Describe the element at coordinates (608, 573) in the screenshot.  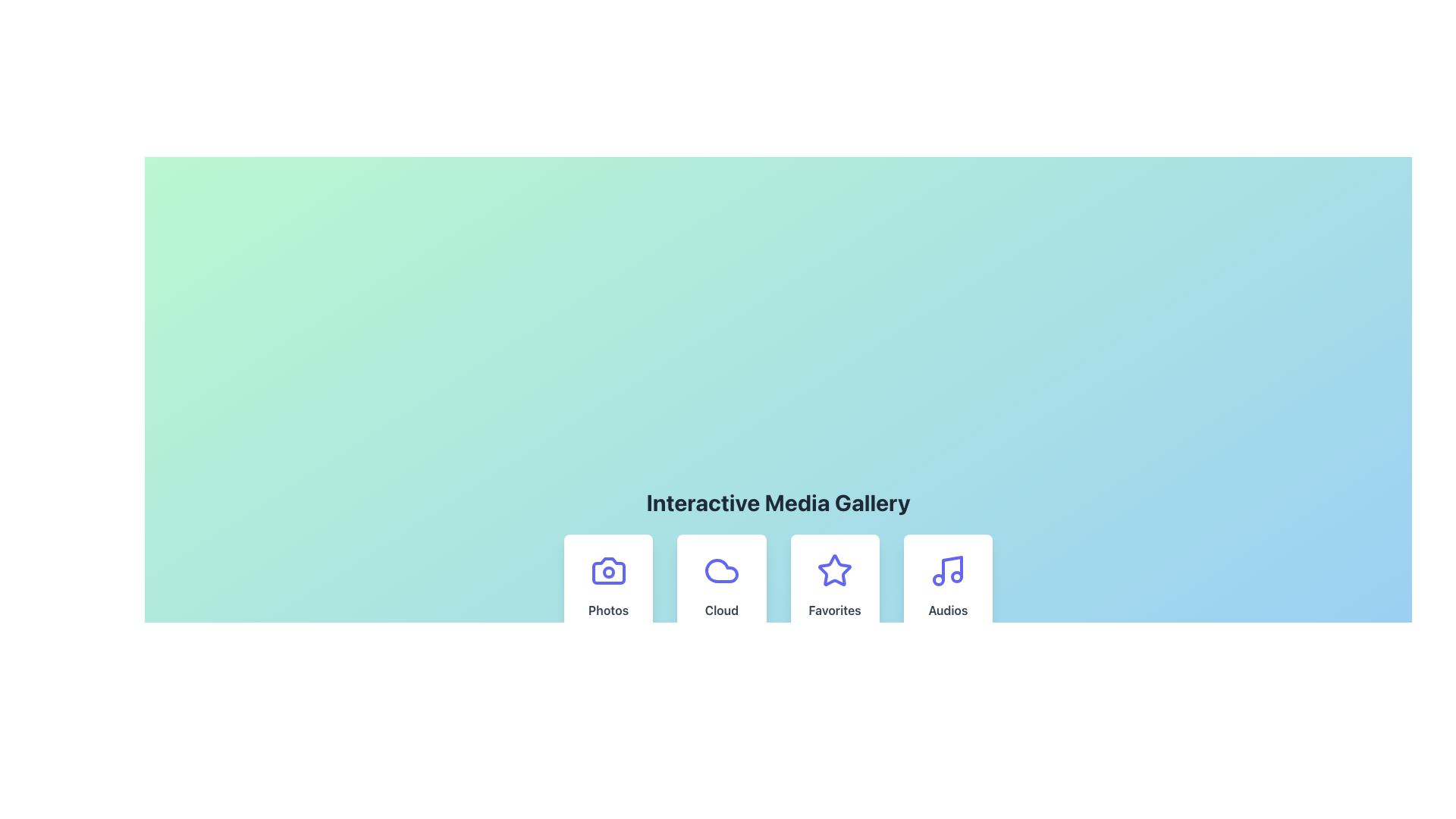
I see `the graphical icon component of the camera icon located` at that location.